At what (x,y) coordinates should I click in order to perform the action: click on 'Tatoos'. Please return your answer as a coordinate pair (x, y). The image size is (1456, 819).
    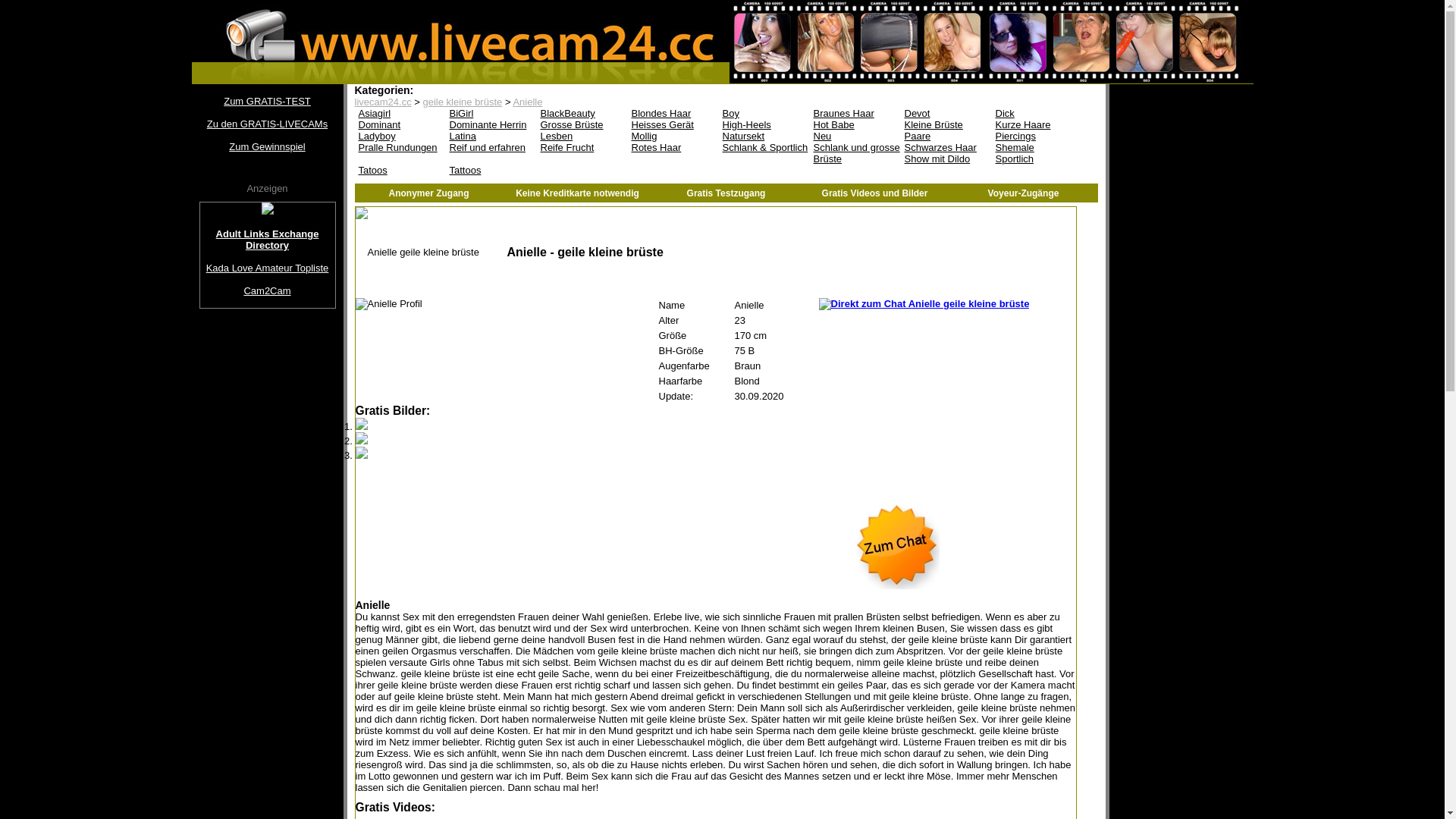
    Looking at the image, I should click on (400, 170).